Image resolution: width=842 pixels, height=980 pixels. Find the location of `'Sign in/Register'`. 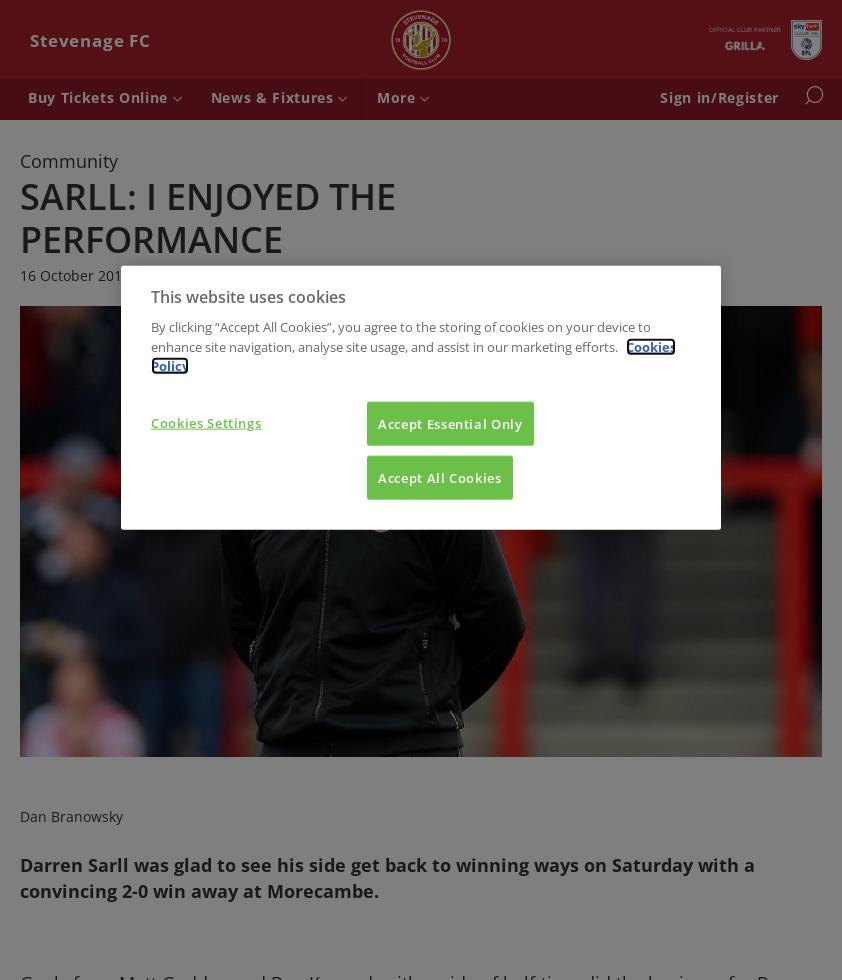

'Sign in/Register' is located at coordinates (719, 97).